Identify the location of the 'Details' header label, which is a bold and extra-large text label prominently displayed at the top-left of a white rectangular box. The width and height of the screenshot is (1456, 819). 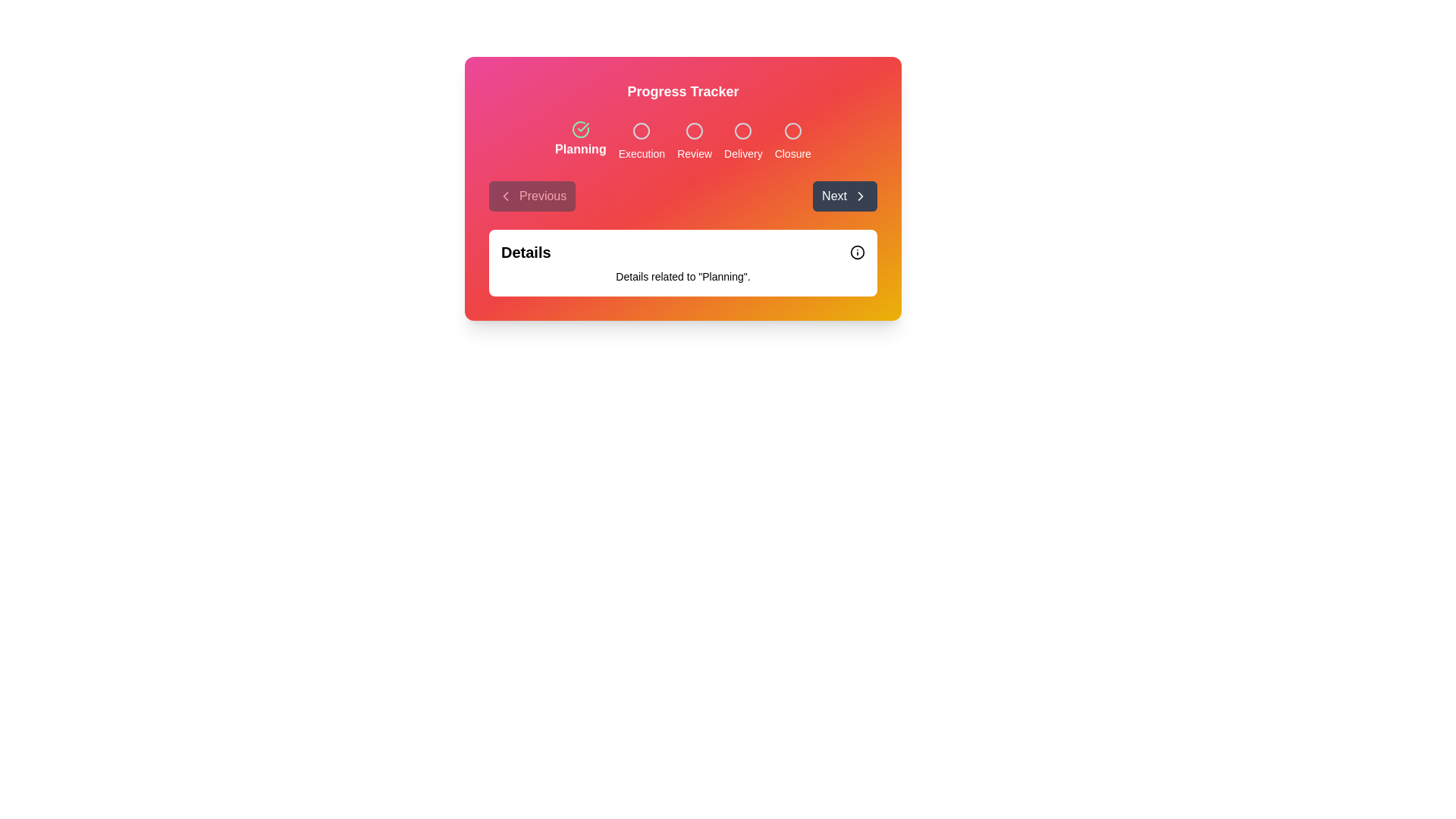
(526, 251).